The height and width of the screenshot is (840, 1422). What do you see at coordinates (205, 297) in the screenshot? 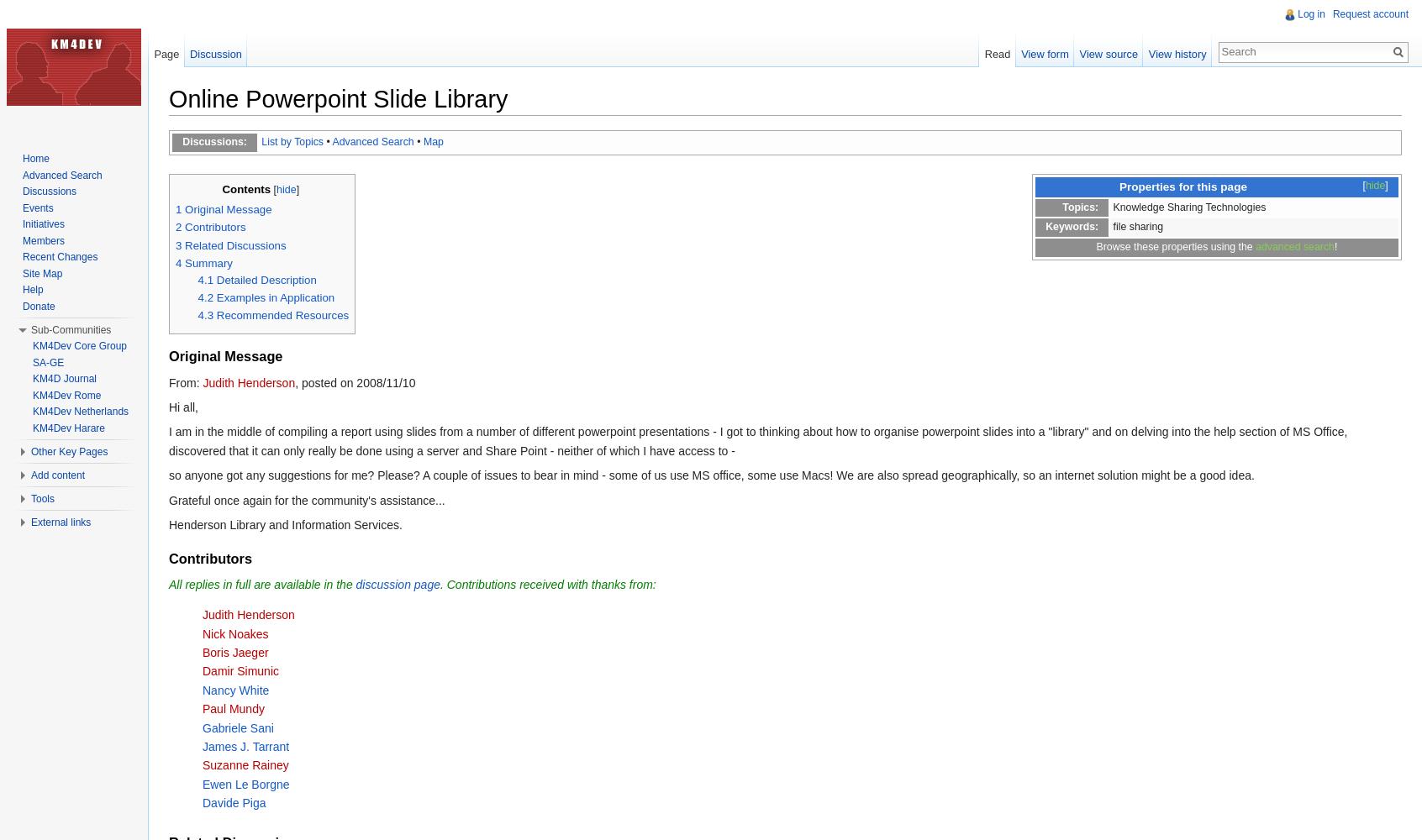
I see `'4.2'` at bounding box center [205, 297].